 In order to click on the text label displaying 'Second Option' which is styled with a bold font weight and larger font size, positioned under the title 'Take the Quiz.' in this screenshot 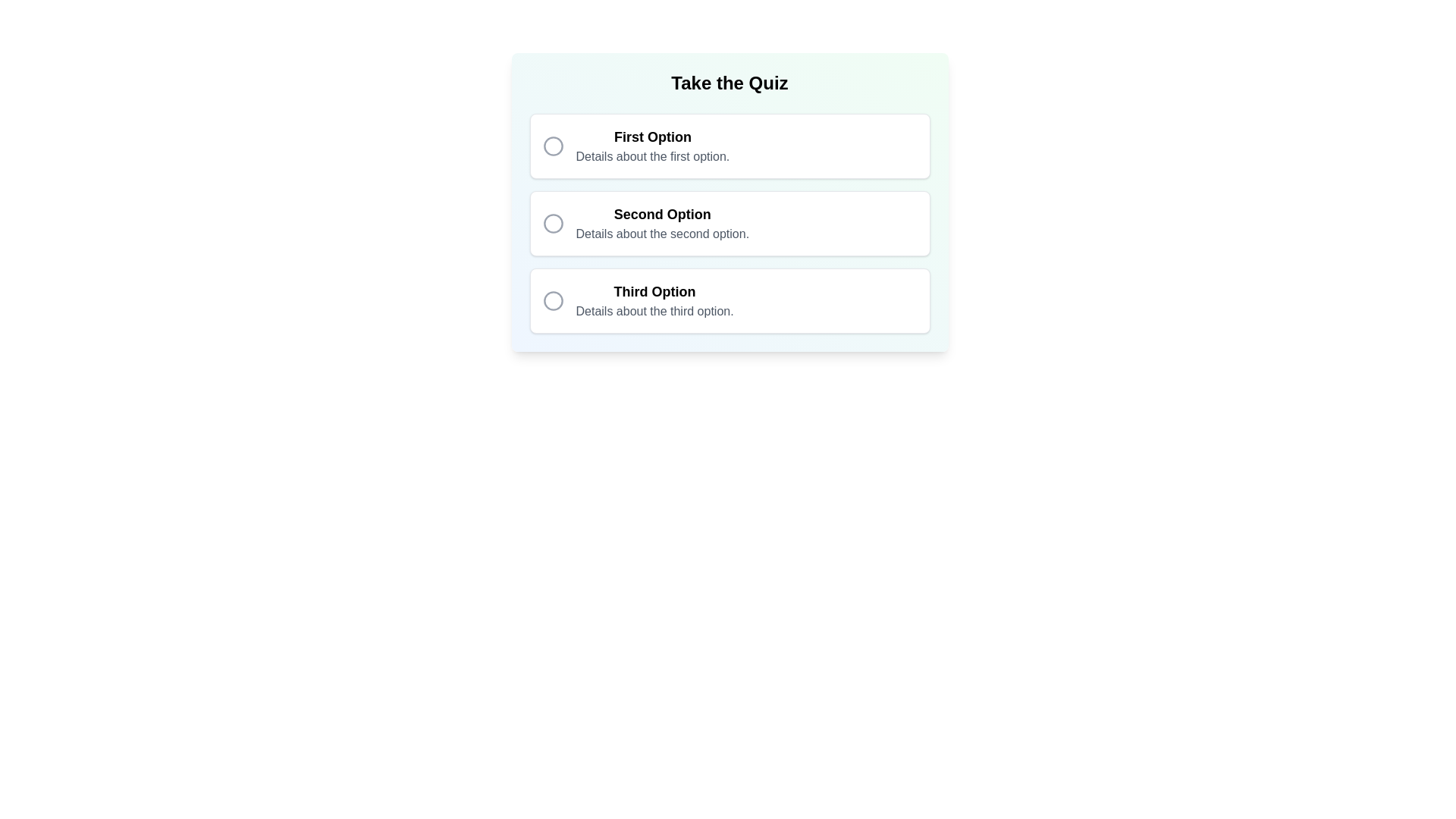, I will do `click(662, 214)`.